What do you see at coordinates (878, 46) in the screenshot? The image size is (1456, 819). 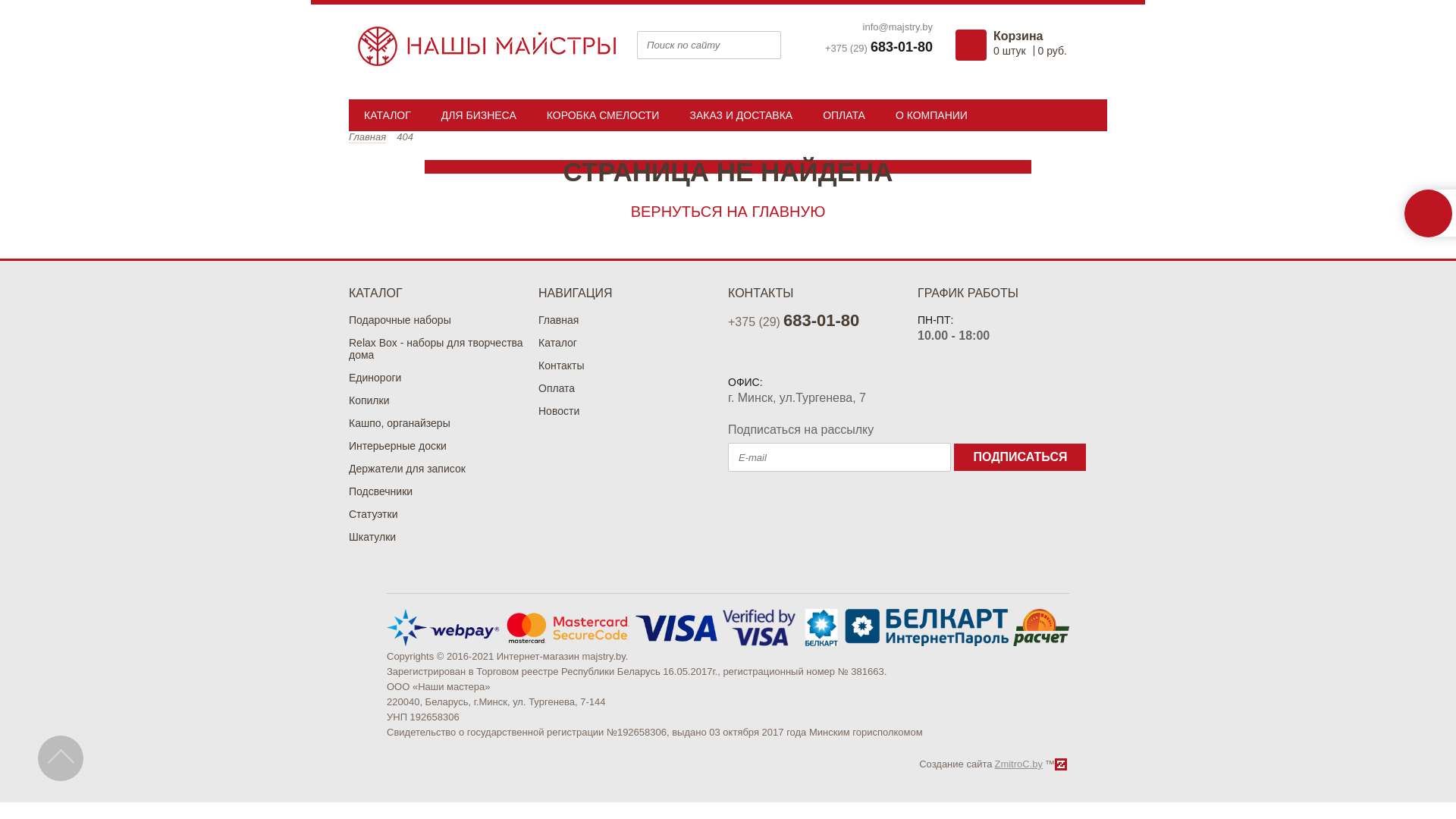 I see `'+375 (29)683-01-80'` at bounding box center [878, 46].